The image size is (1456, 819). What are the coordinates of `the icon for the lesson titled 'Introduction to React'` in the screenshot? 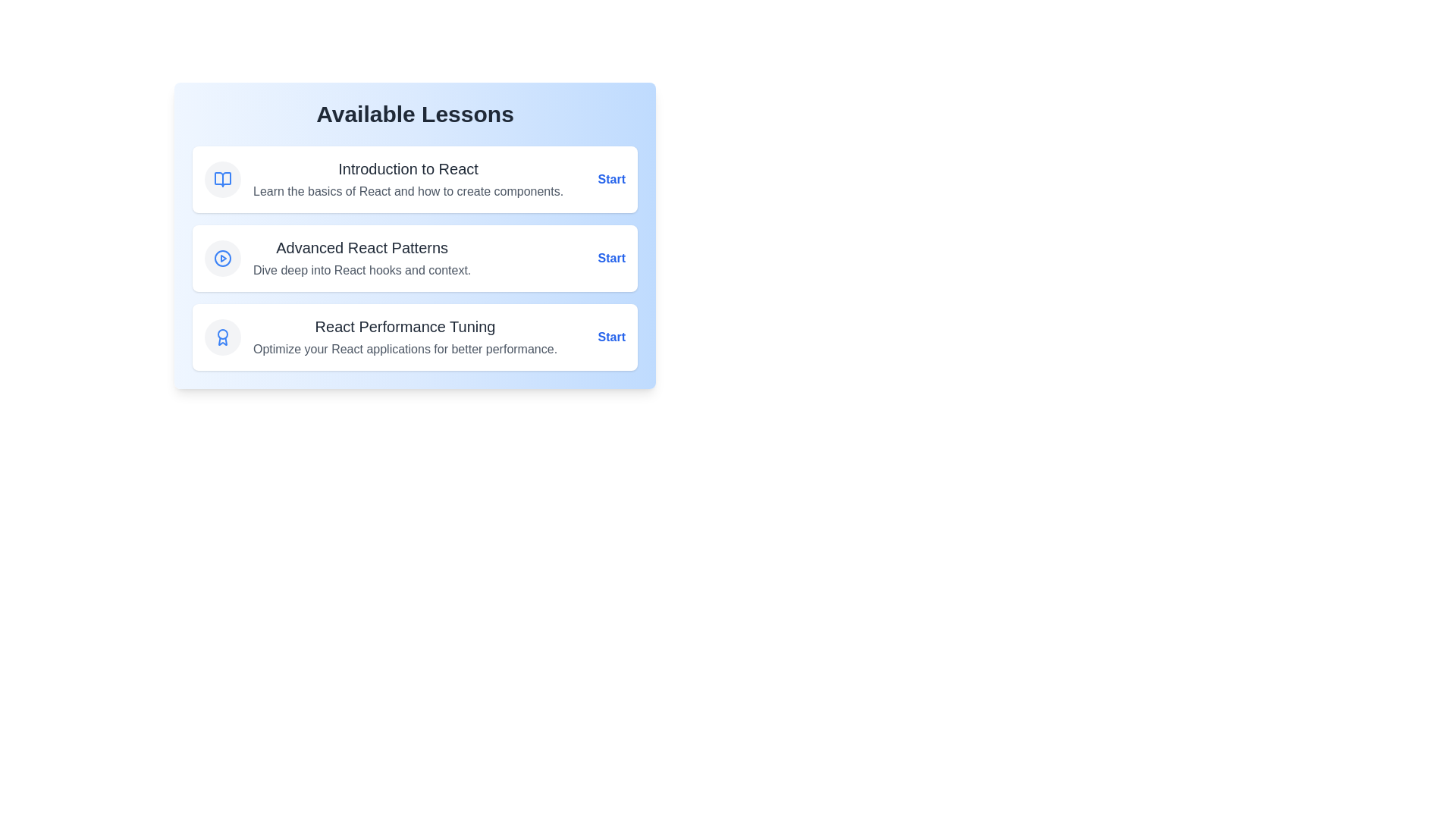 It's located at (221, 178).